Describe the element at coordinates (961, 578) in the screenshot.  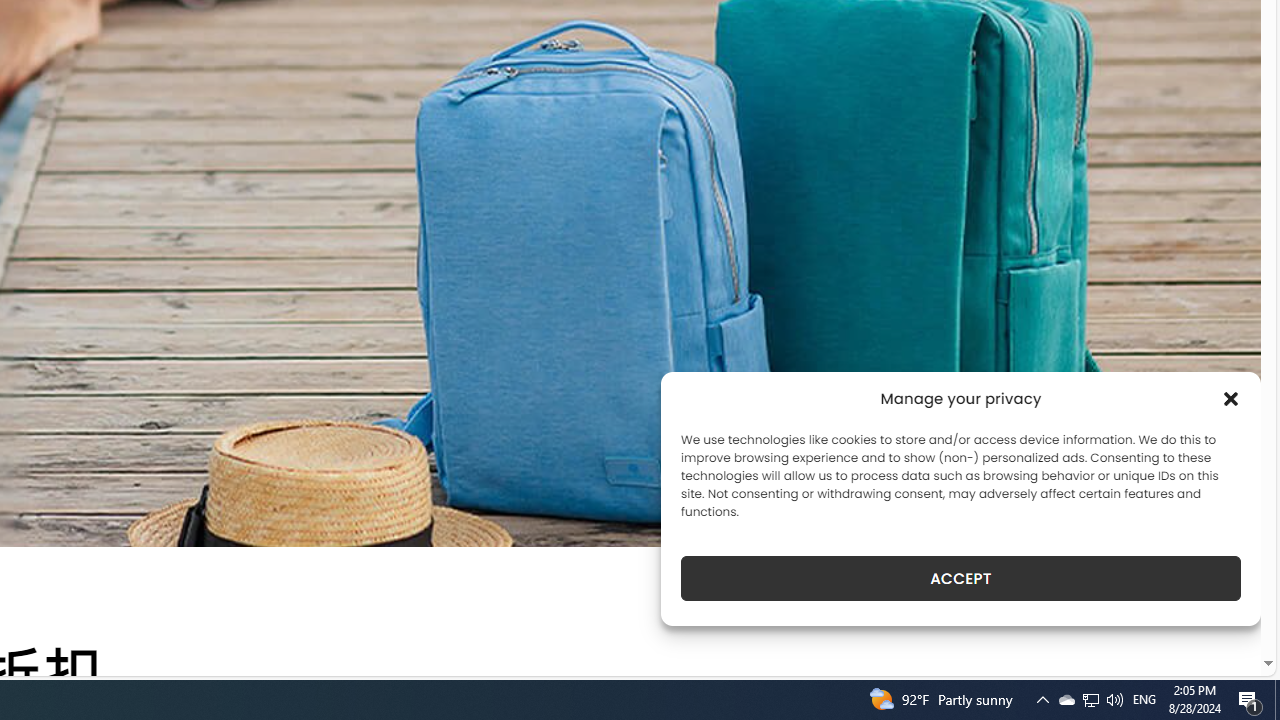
I see `'ACCEPT'` at that location.